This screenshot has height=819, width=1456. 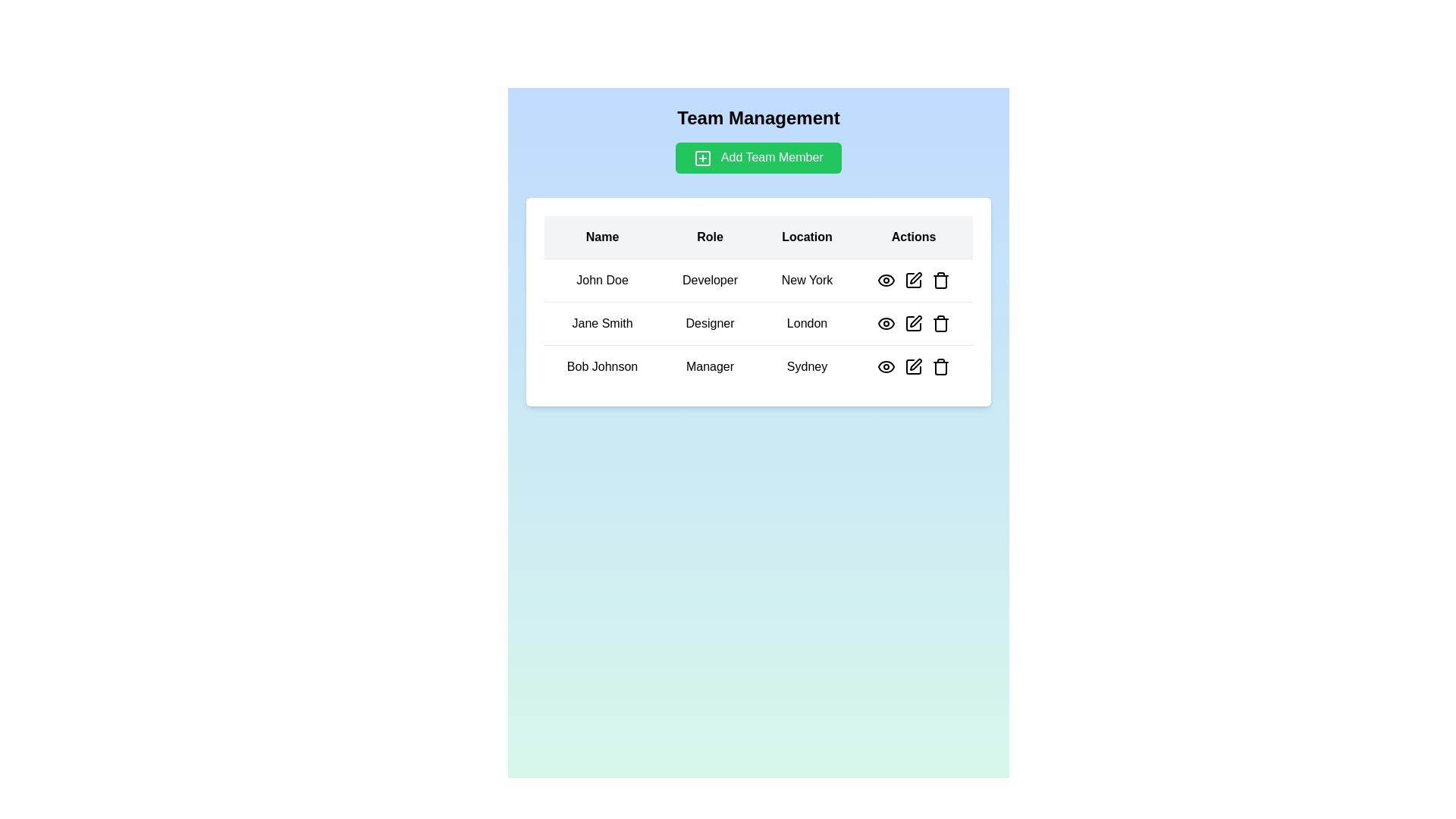 I want to click on the icon-based button in the 'Actions' column of the third row for 'Bob Johnson - Manager - Sydney', so click(x=886, y=366).